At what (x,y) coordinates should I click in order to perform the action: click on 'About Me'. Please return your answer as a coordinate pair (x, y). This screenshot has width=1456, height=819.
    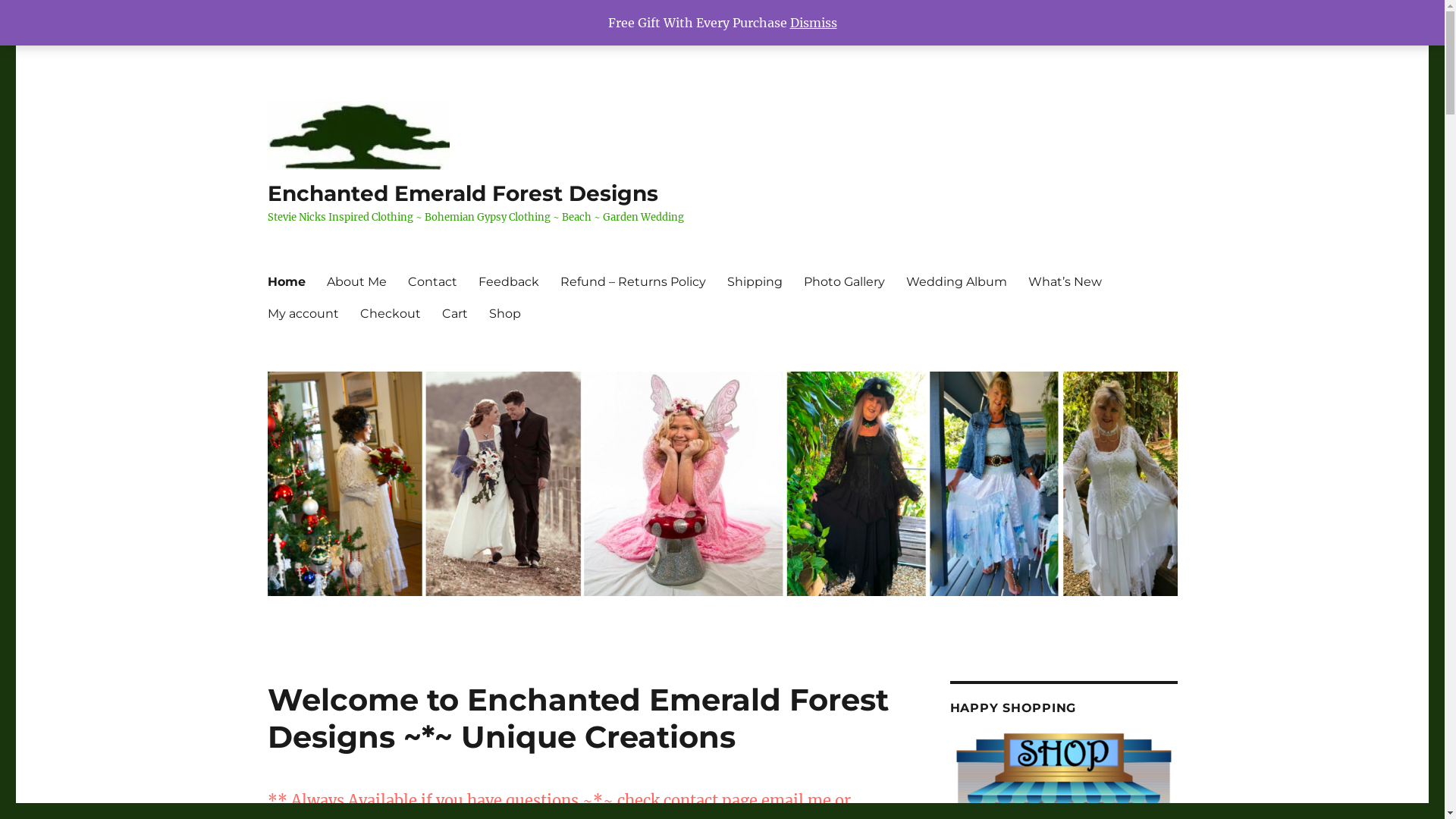
    Looking at the image, I should click on (355, 281).